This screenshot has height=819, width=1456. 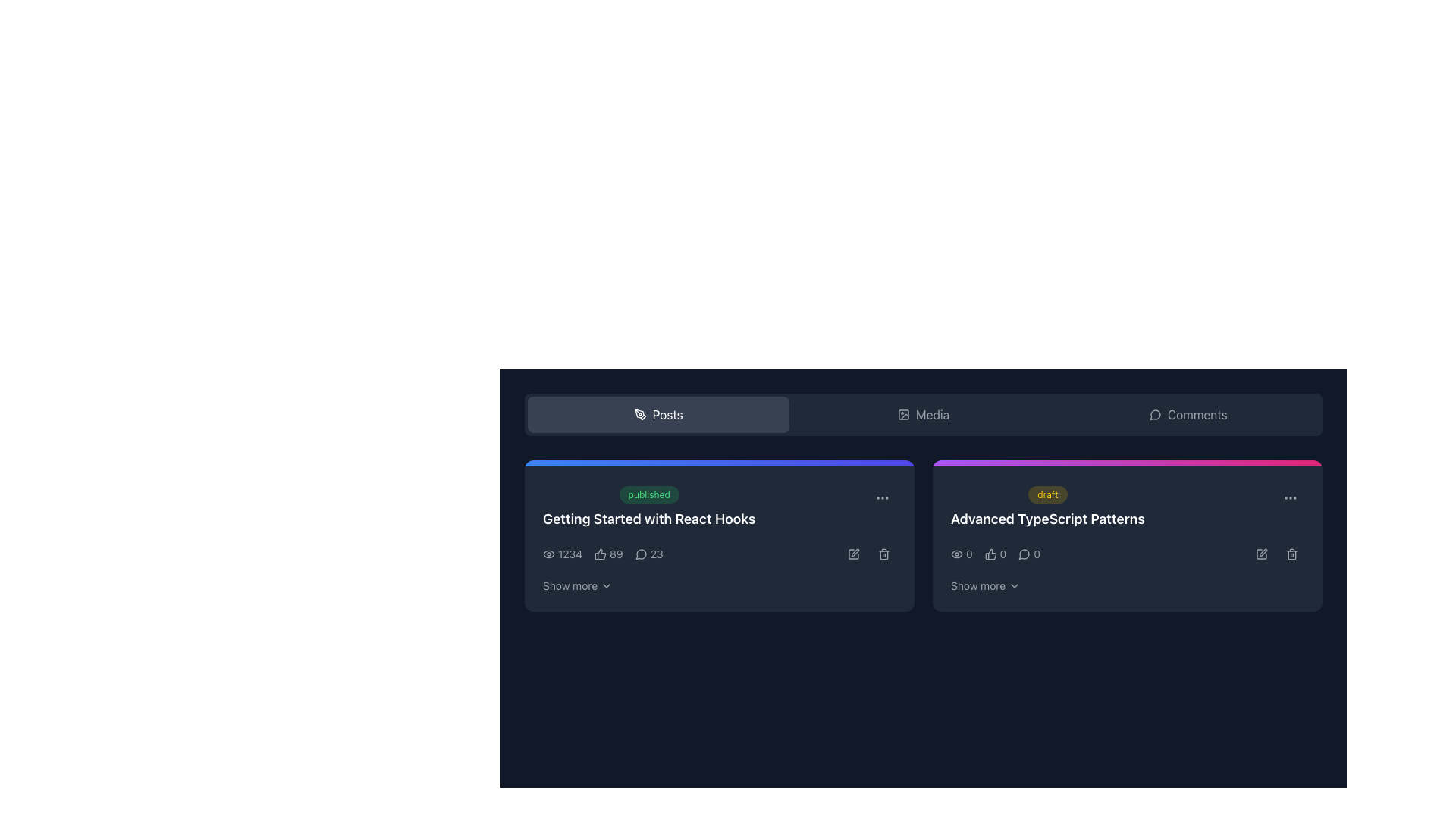 What do you see at coordinates (600, 554) in the screenshot?
I see `the small thumbs-up icon that represents a 'like' action, positioned immediately to the left of the numerical value '89'` at bounding box center [600, 554].